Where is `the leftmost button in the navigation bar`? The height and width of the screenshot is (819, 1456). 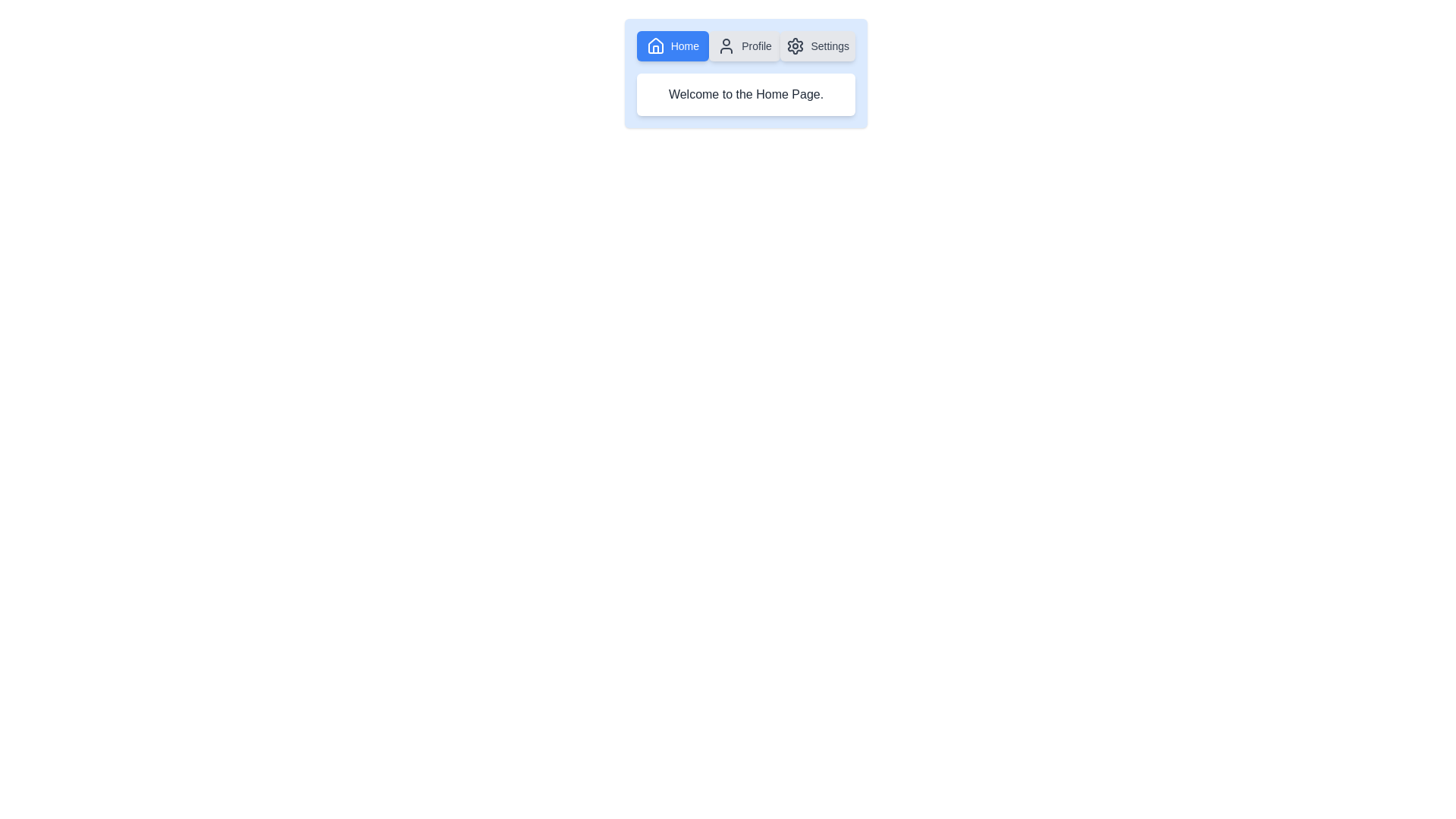
the leftmost button in the navigation bar is located at coordinates (672, 45).